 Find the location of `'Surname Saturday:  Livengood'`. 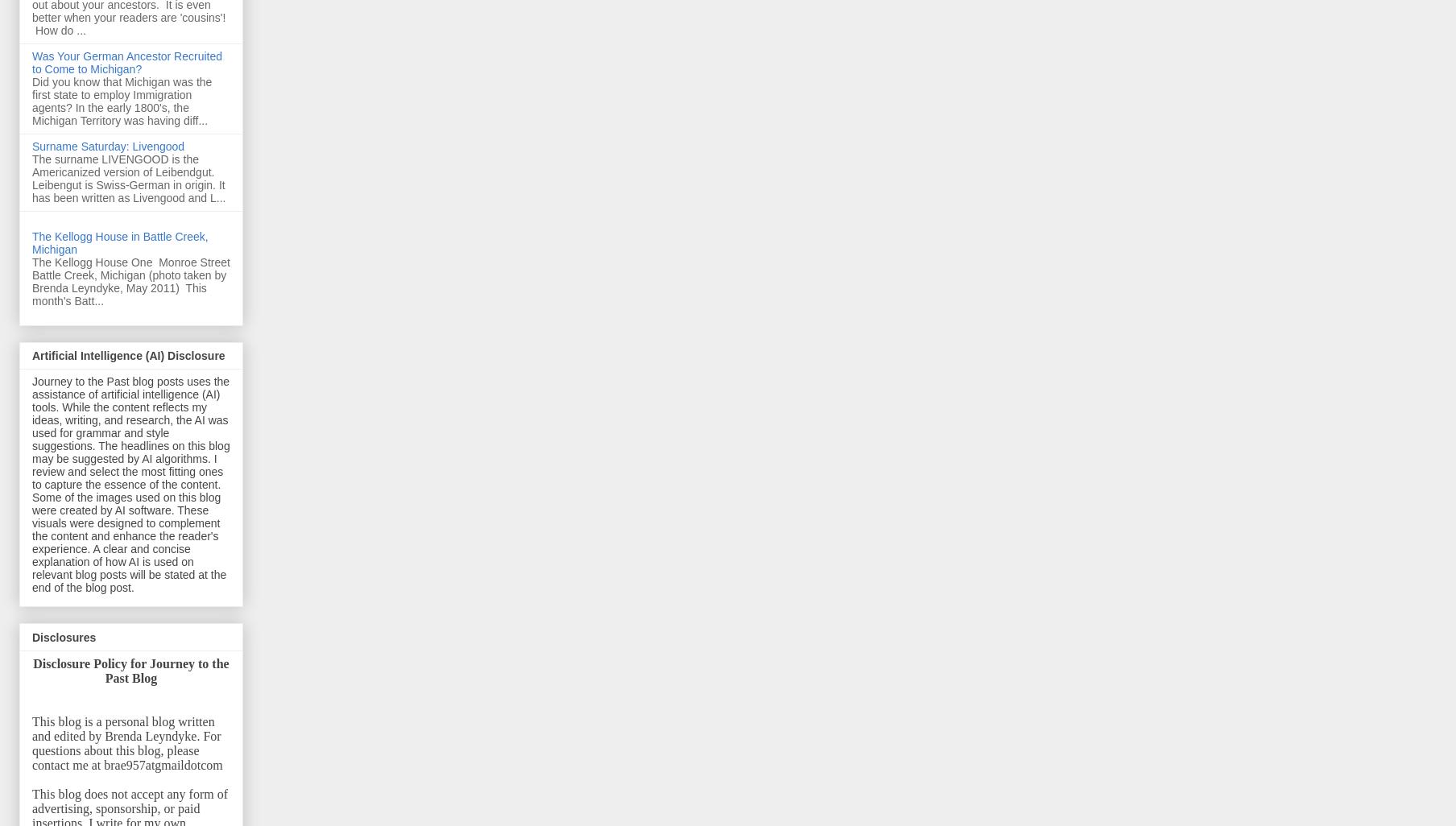

'Surname Saturday:  Livengood' is located at coordinates (107, 144).